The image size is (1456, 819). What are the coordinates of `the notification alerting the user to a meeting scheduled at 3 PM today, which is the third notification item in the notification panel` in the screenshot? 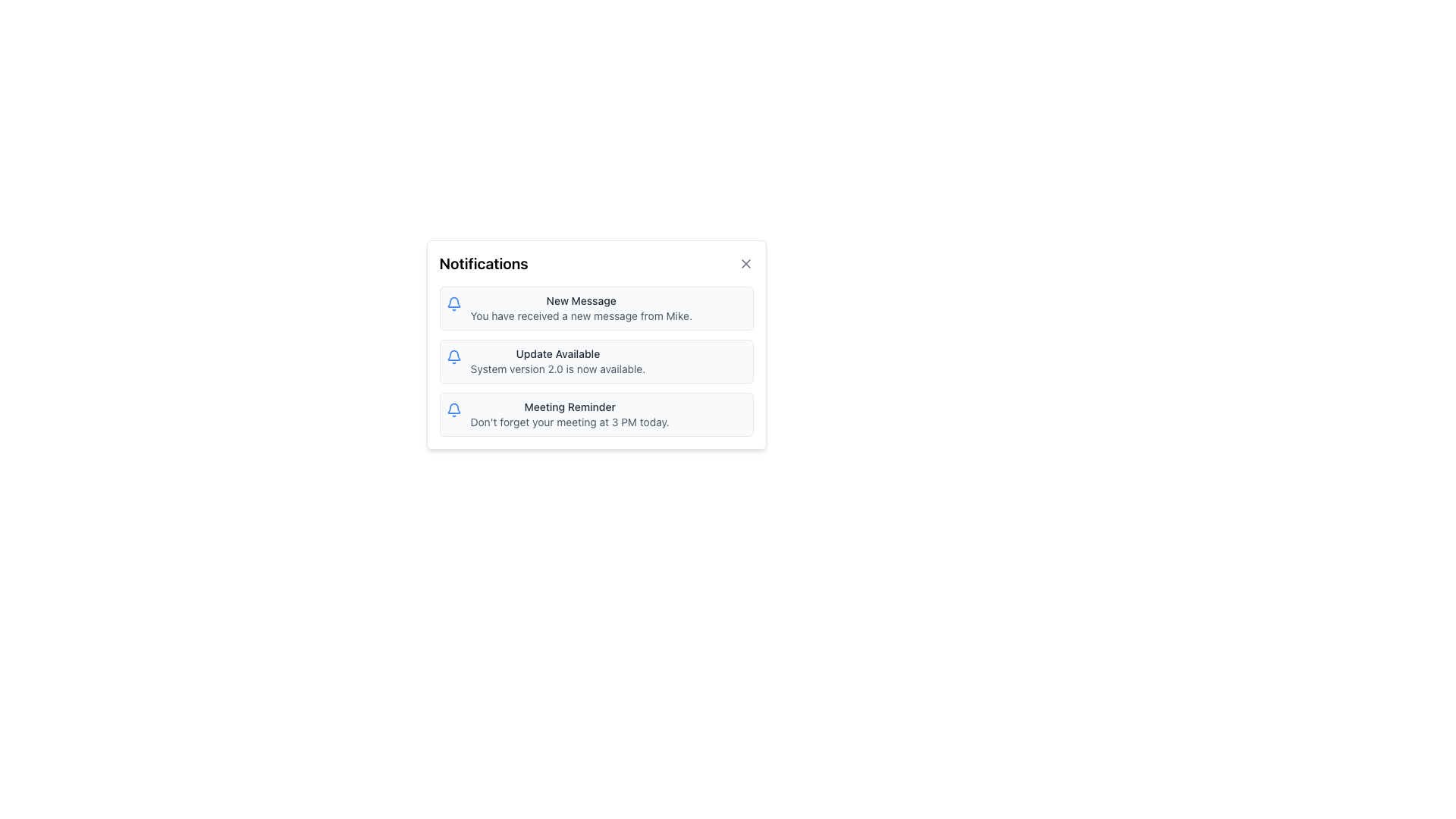 It's located at (569, 415).